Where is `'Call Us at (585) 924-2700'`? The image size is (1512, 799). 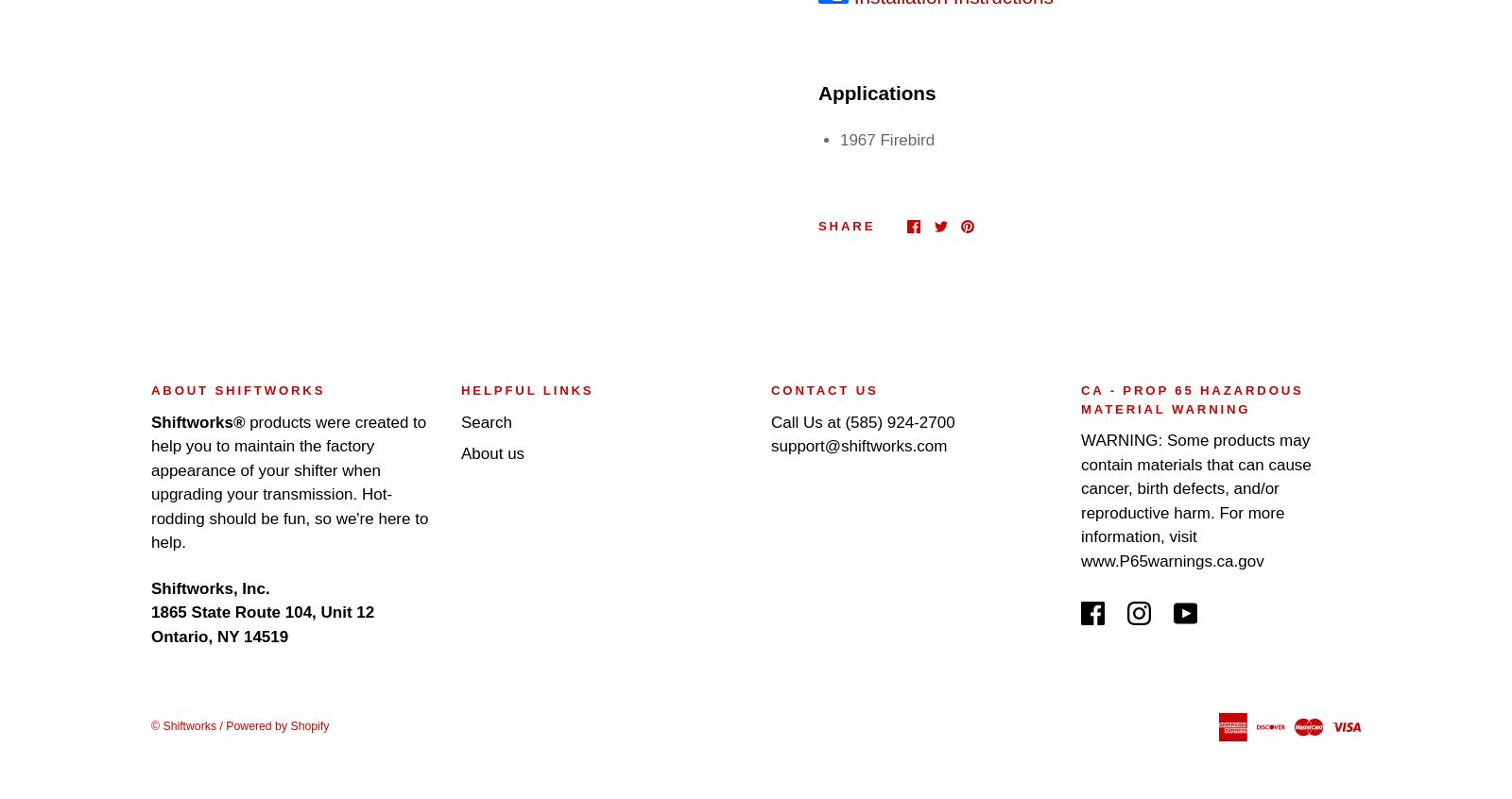 'Call Us at (585) 924-2700' is located at coordinates (861, 420).